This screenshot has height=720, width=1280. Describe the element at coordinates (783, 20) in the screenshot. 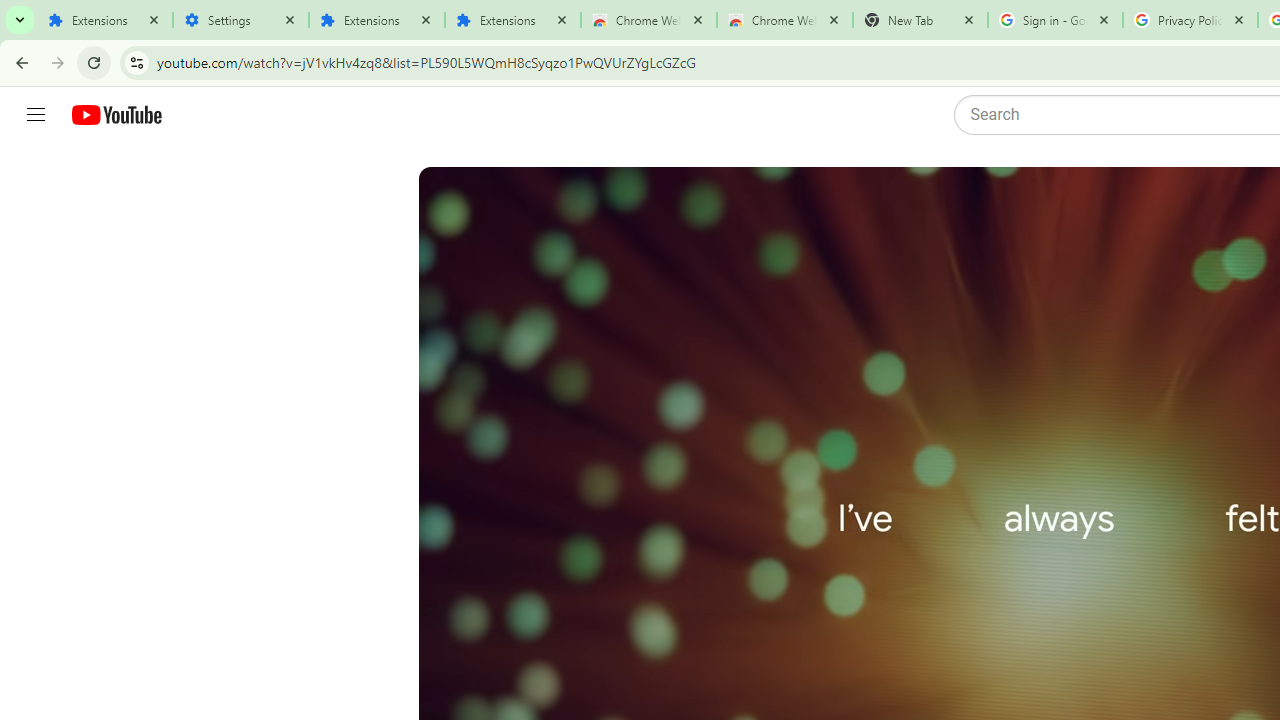

I see `'Chrome Web Store - Themes'` at that location.